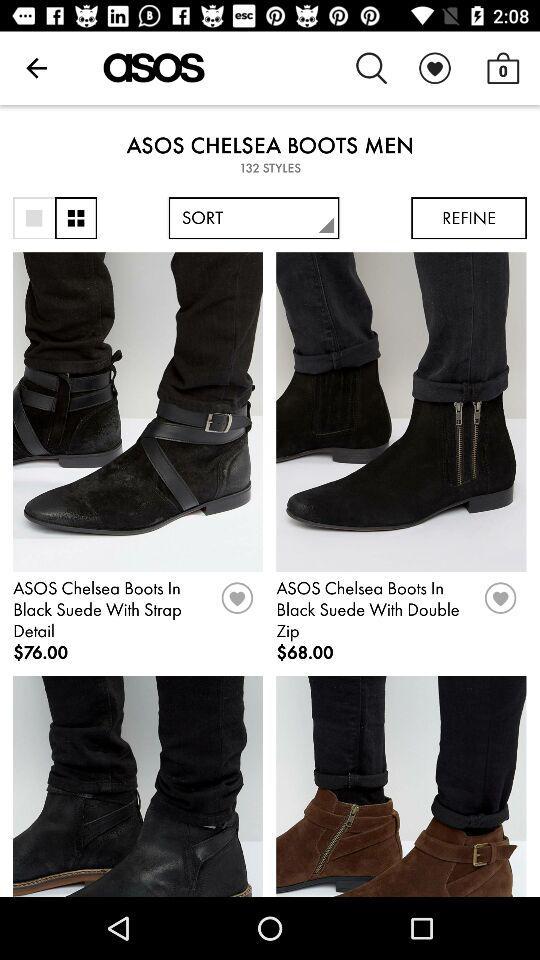  What do you see at coordinates (434, 68) in the screenshot?
I see `item to the left of the 0 item` at bounding box center [434, 68].